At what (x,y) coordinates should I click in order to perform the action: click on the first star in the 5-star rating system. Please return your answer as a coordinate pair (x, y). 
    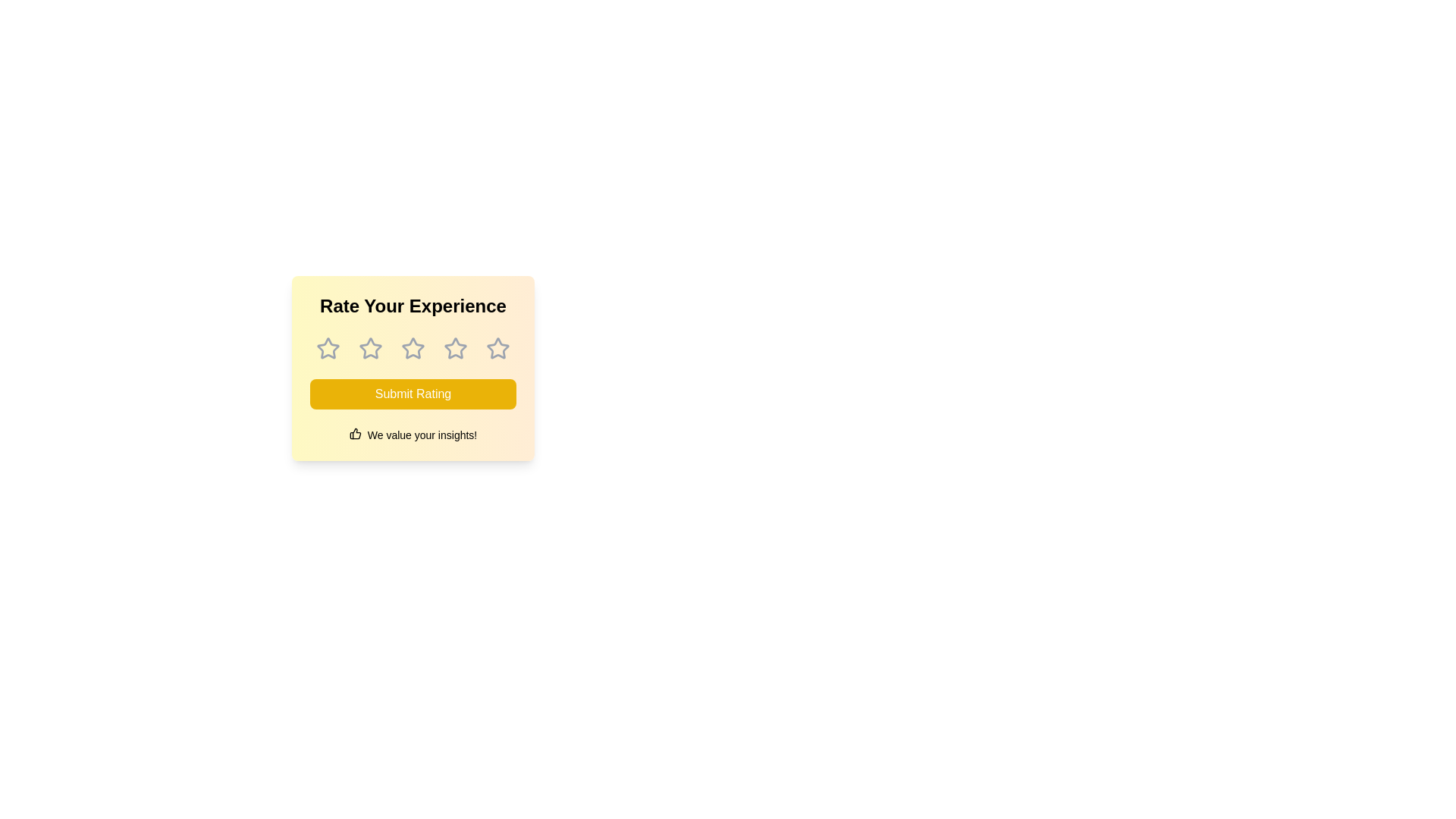
    Looking at the image, I should click on (327, 348).